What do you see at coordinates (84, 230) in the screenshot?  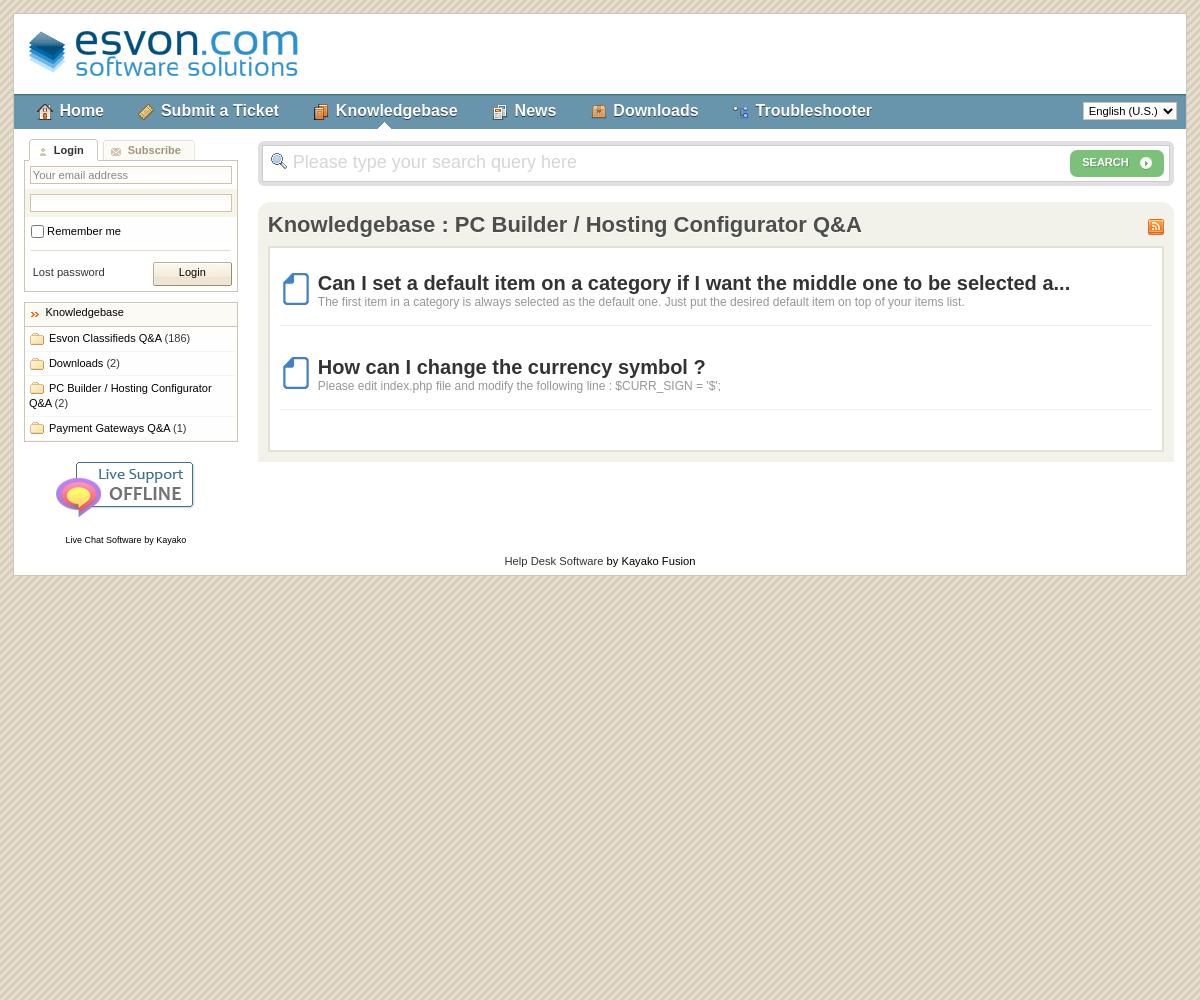 I see `'Remember me'` at bounding box center [84, 230].